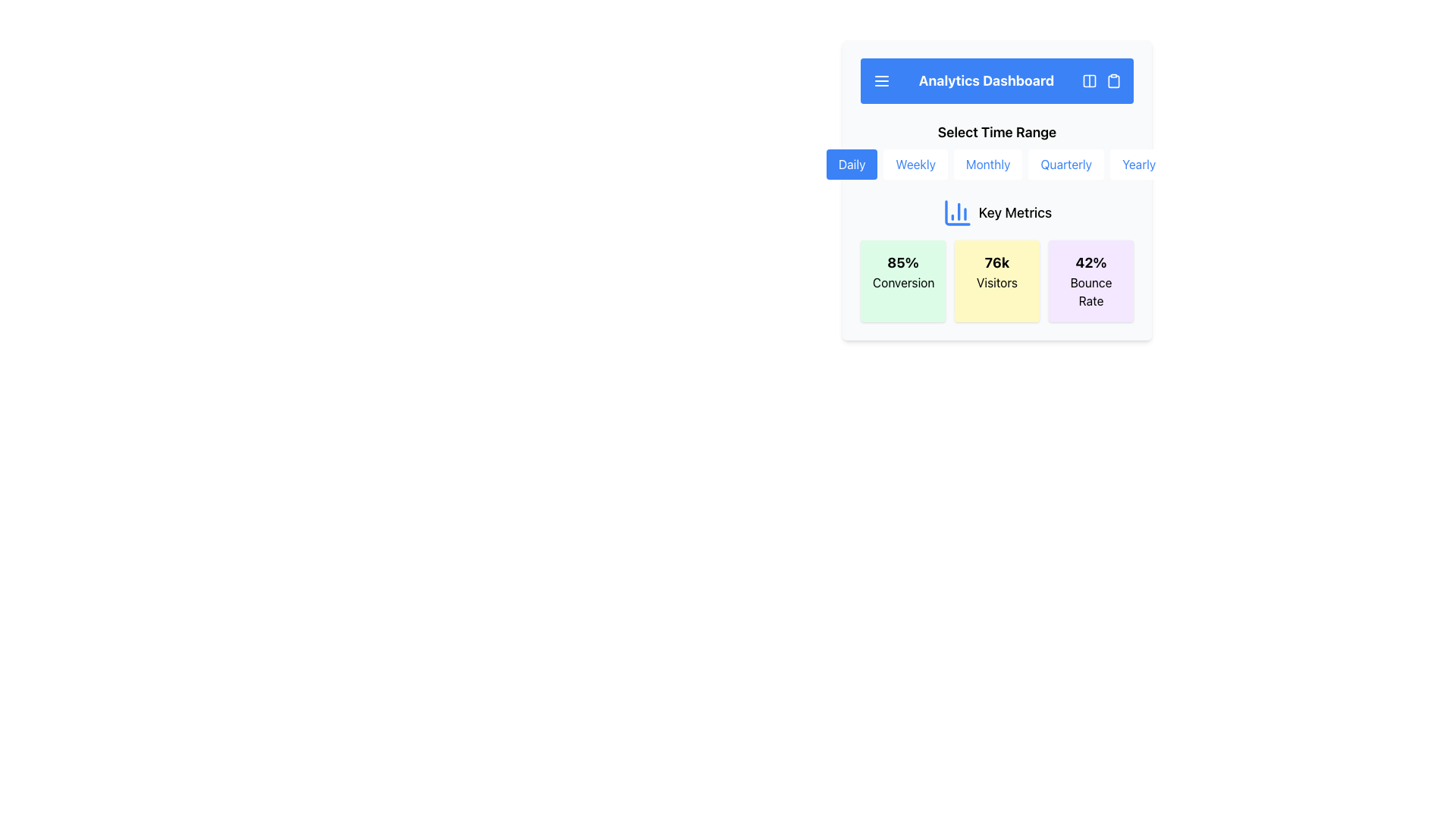 The width and height of the screenshot is (1456, 819). What do you see at coordinates (902, 281) in the screenshot?
I see `the Statistical Display element that shows '85% Conversion', which is the leftmost of three metrics in the 'Key Metrics' section` at bounding box center [902, 281].